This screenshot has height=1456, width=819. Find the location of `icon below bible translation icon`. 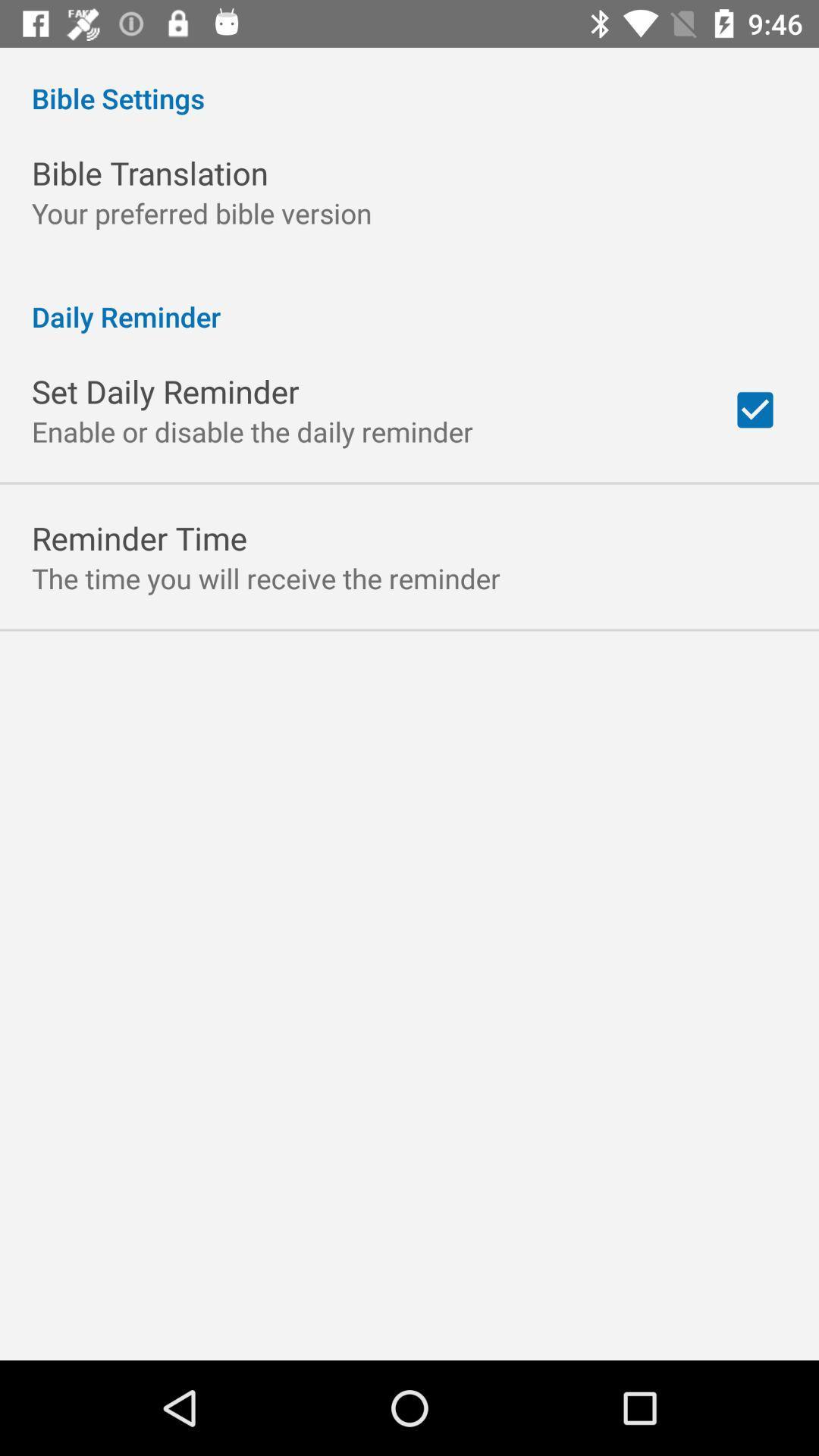

icon below bible translation icon is located at coordinates (201, 212).